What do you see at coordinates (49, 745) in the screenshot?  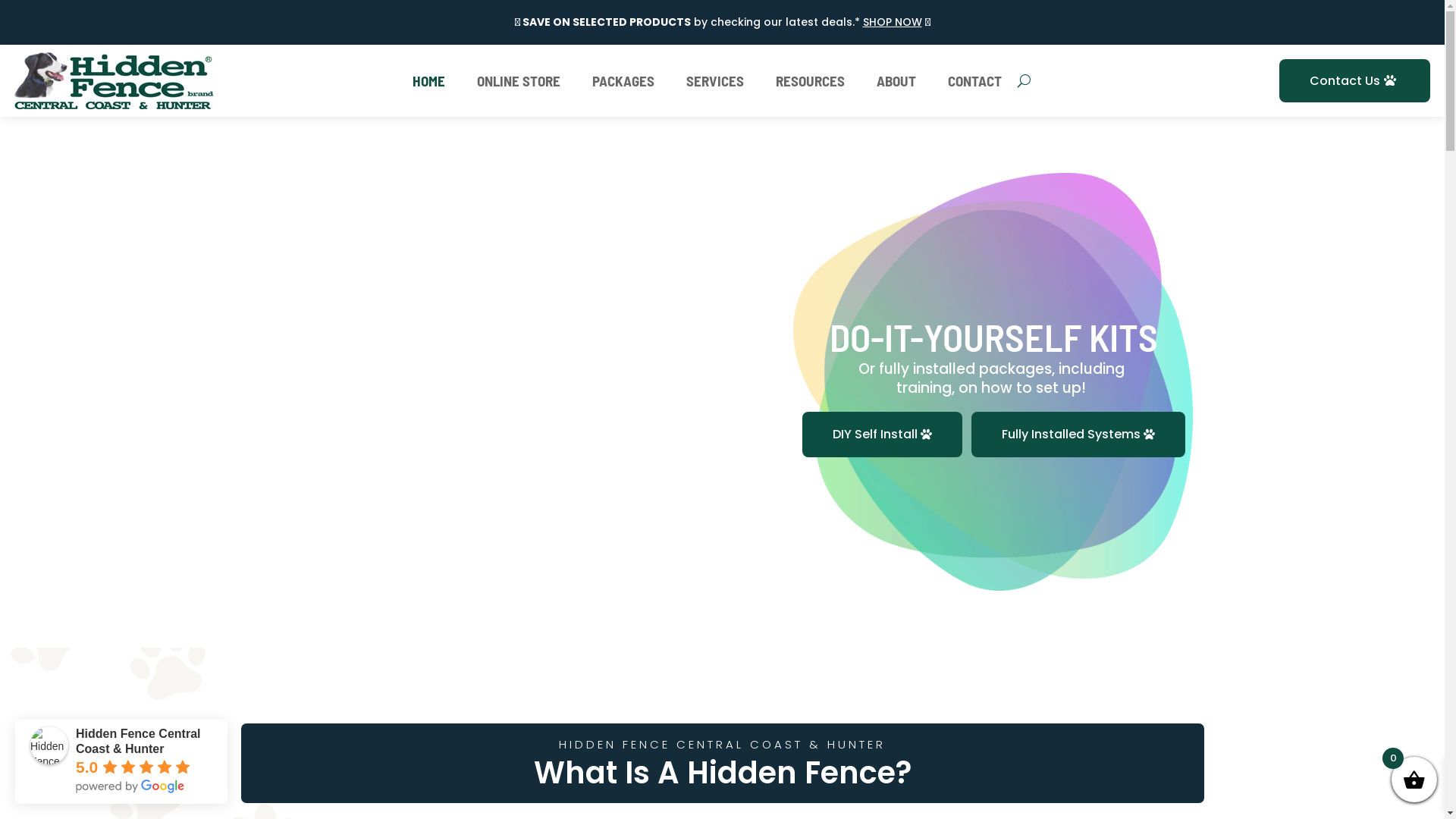 I see `'Hidden Fence Central Coast & Hunter'` at bounding box center [49, 745].